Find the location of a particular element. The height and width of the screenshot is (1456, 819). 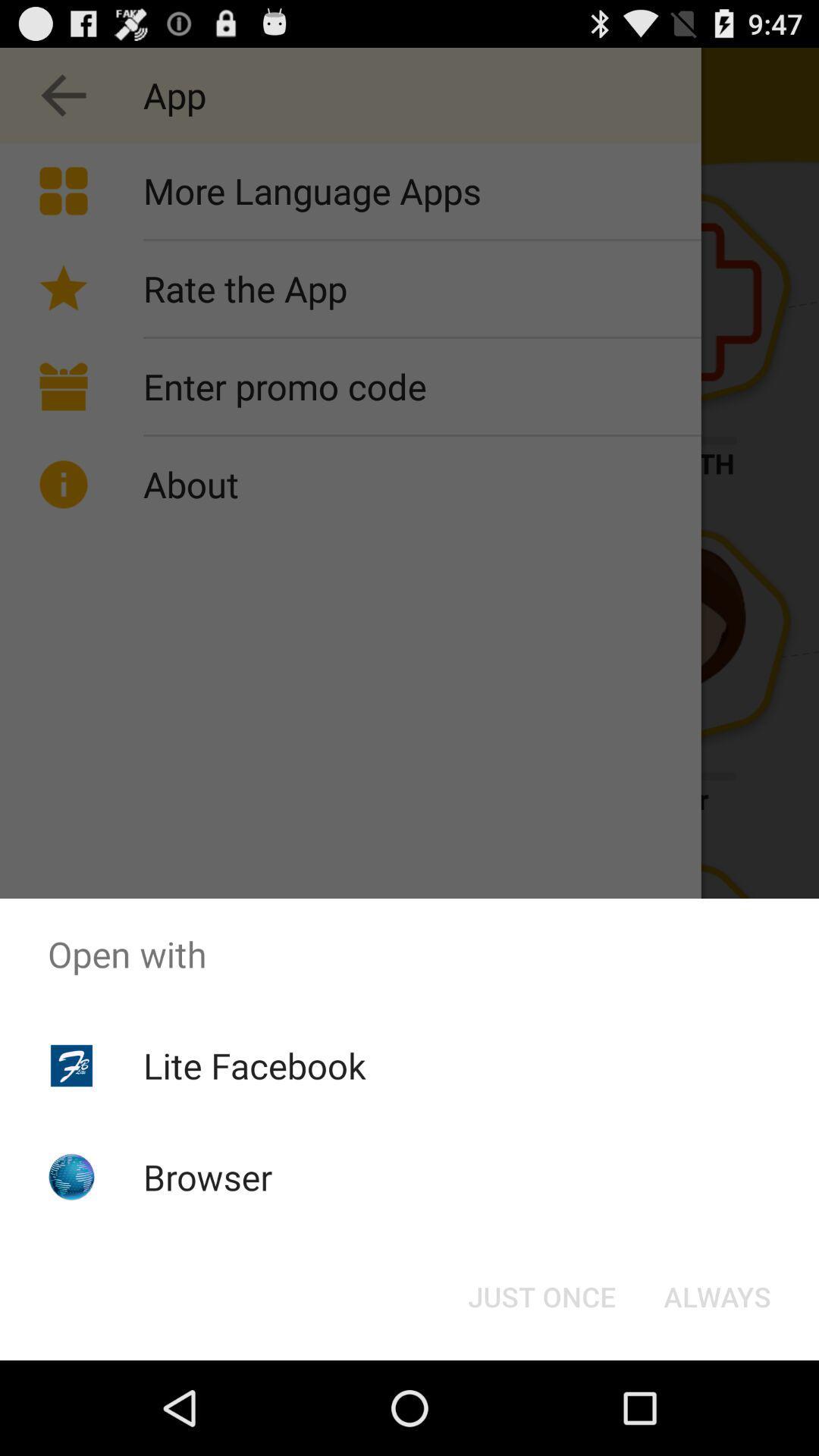

the always icon is located at coordinates (717, 1295).